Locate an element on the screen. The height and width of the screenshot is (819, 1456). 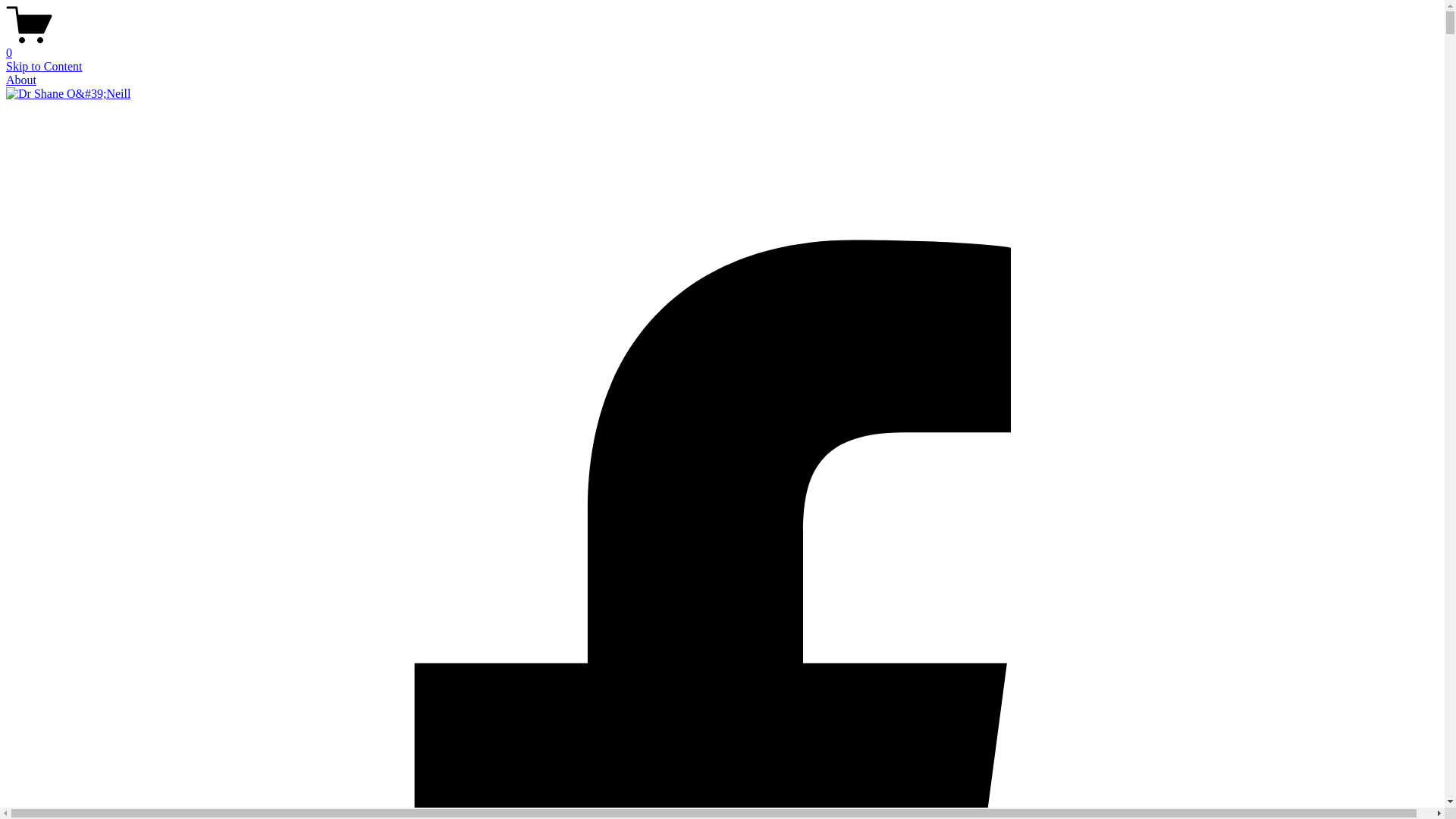
'Skip to Content' is located at coordinates (43, 65).